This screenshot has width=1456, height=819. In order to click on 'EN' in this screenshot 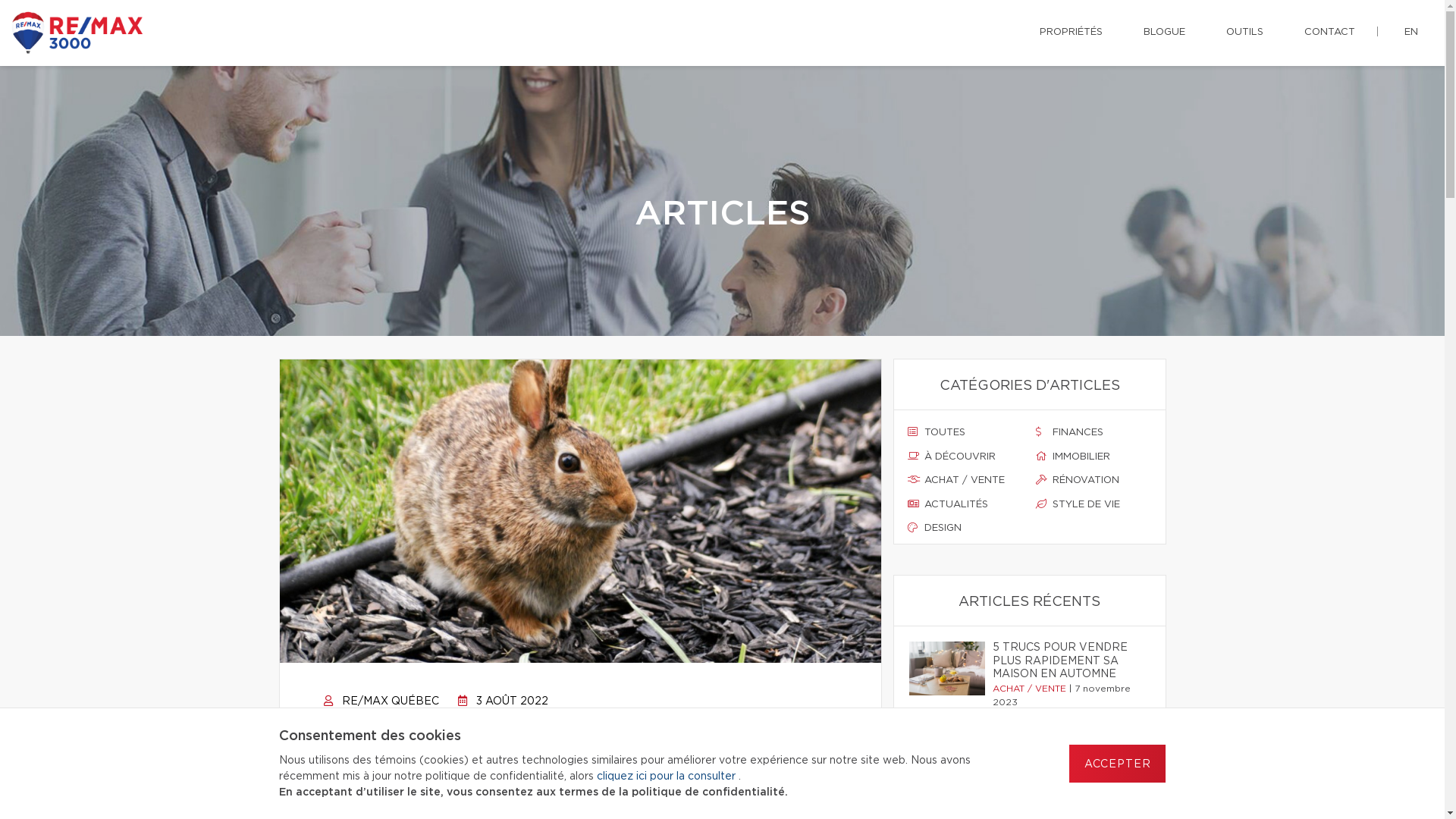, I will do `click(1410, 32)`.